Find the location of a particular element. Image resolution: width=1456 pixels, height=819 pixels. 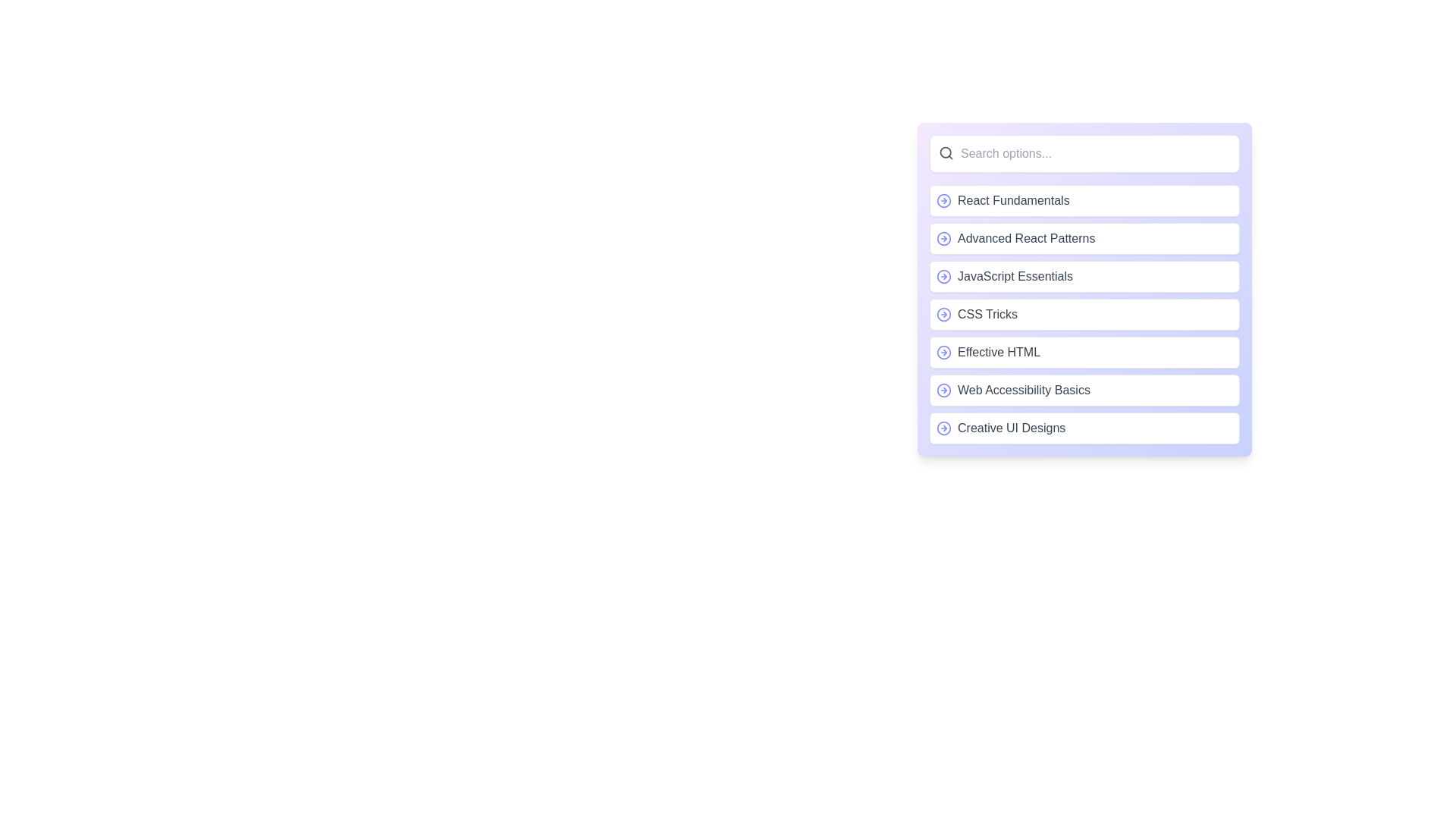

the first selectable item in the list that represents 'React Fundamentals' is located at coordinates (1084, 200).